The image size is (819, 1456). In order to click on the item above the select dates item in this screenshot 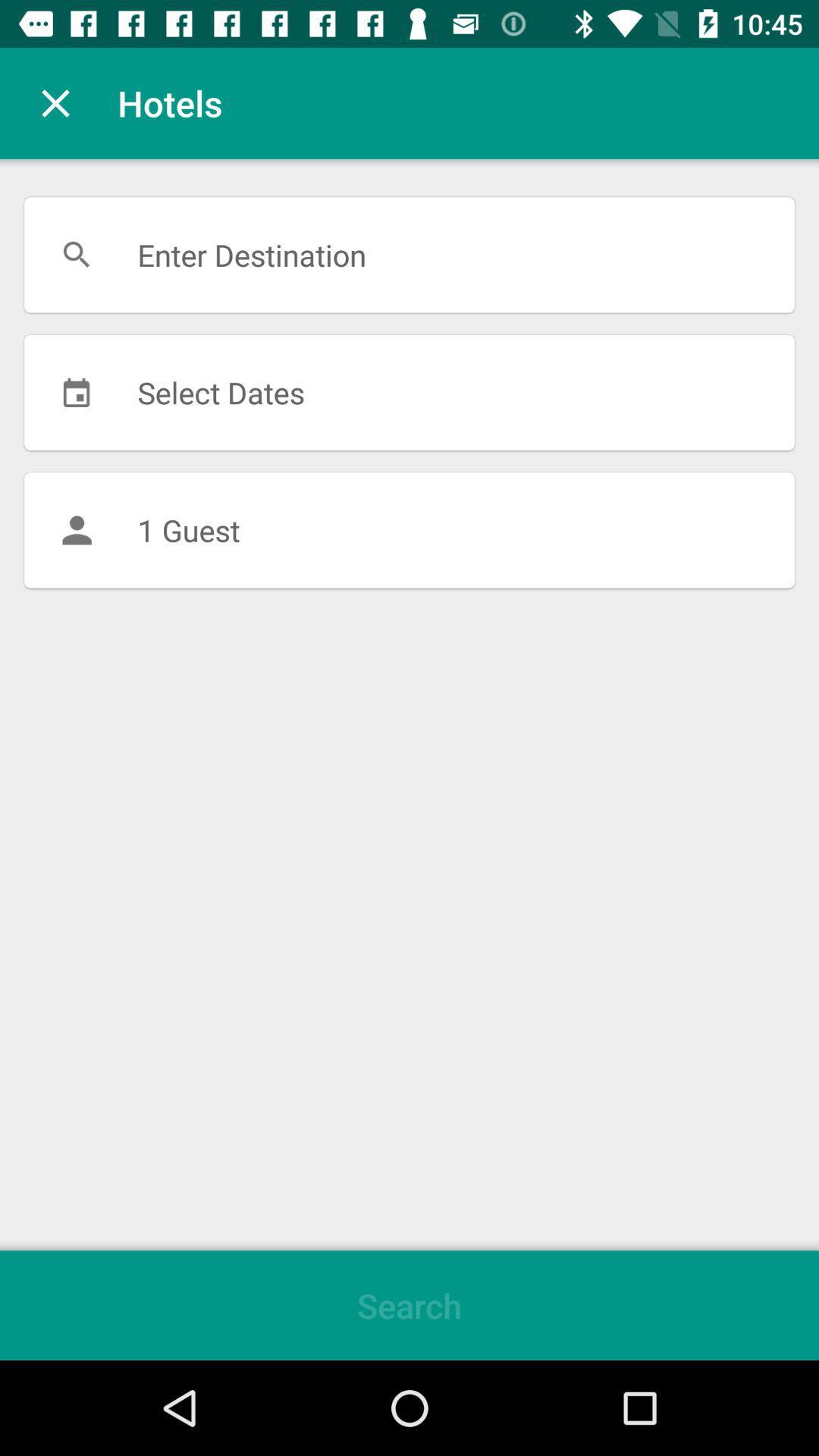, I will do `click(409, 255)`.